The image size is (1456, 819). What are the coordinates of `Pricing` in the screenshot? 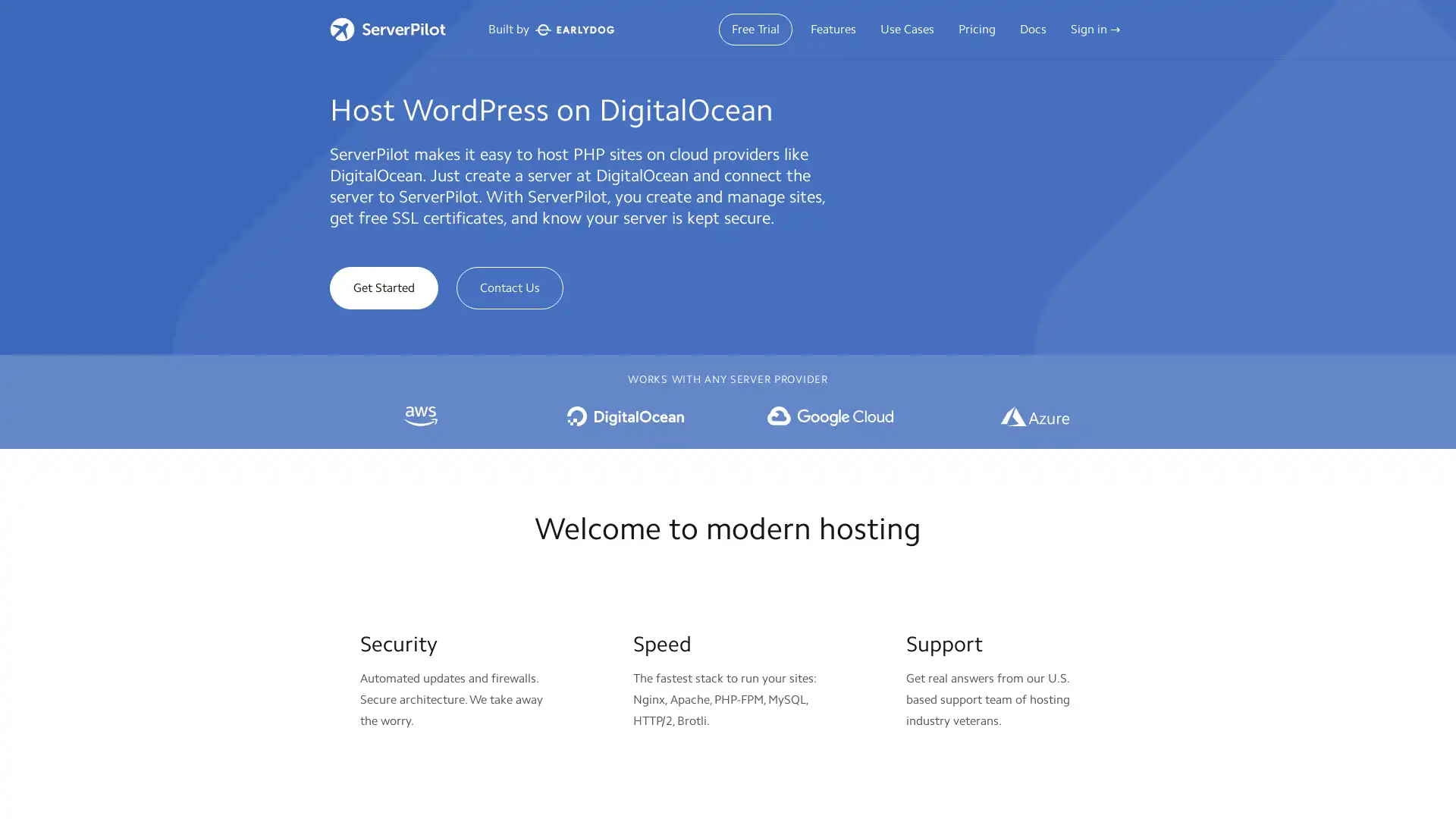 It's located at (977, 29).